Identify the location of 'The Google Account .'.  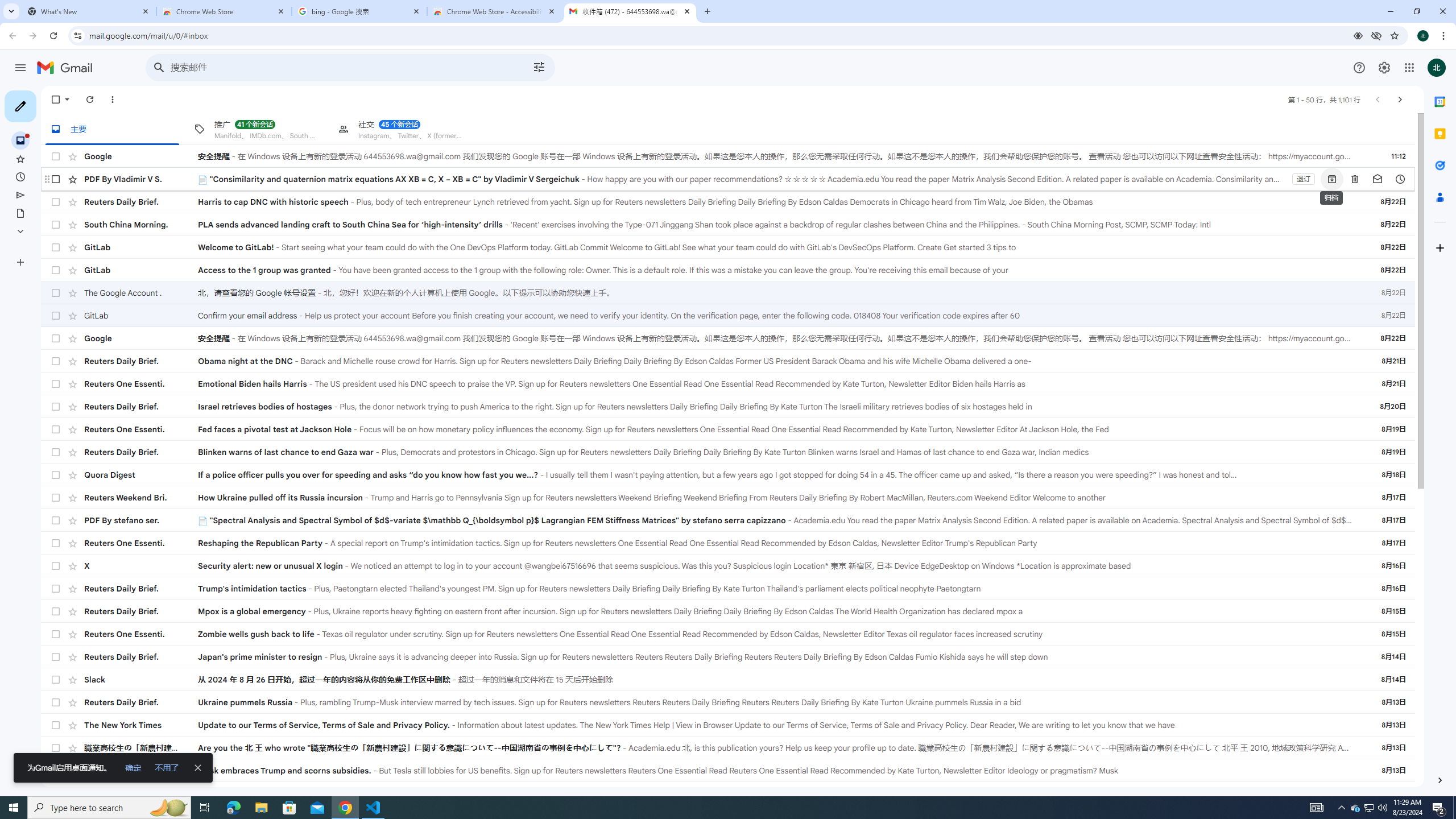
(141, 292).